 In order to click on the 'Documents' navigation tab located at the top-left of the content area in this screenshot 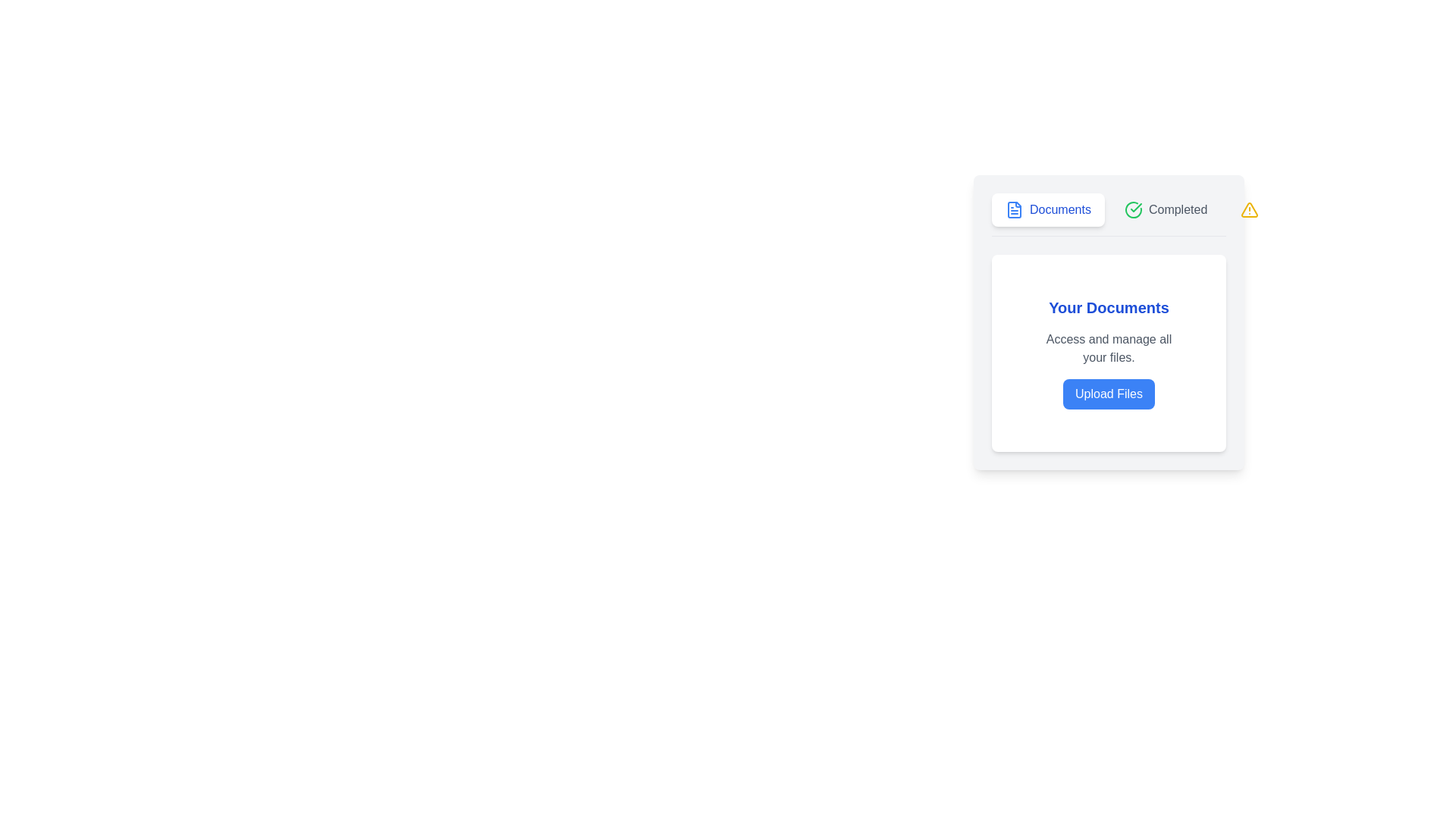, I will do `click(1047, 210)`.